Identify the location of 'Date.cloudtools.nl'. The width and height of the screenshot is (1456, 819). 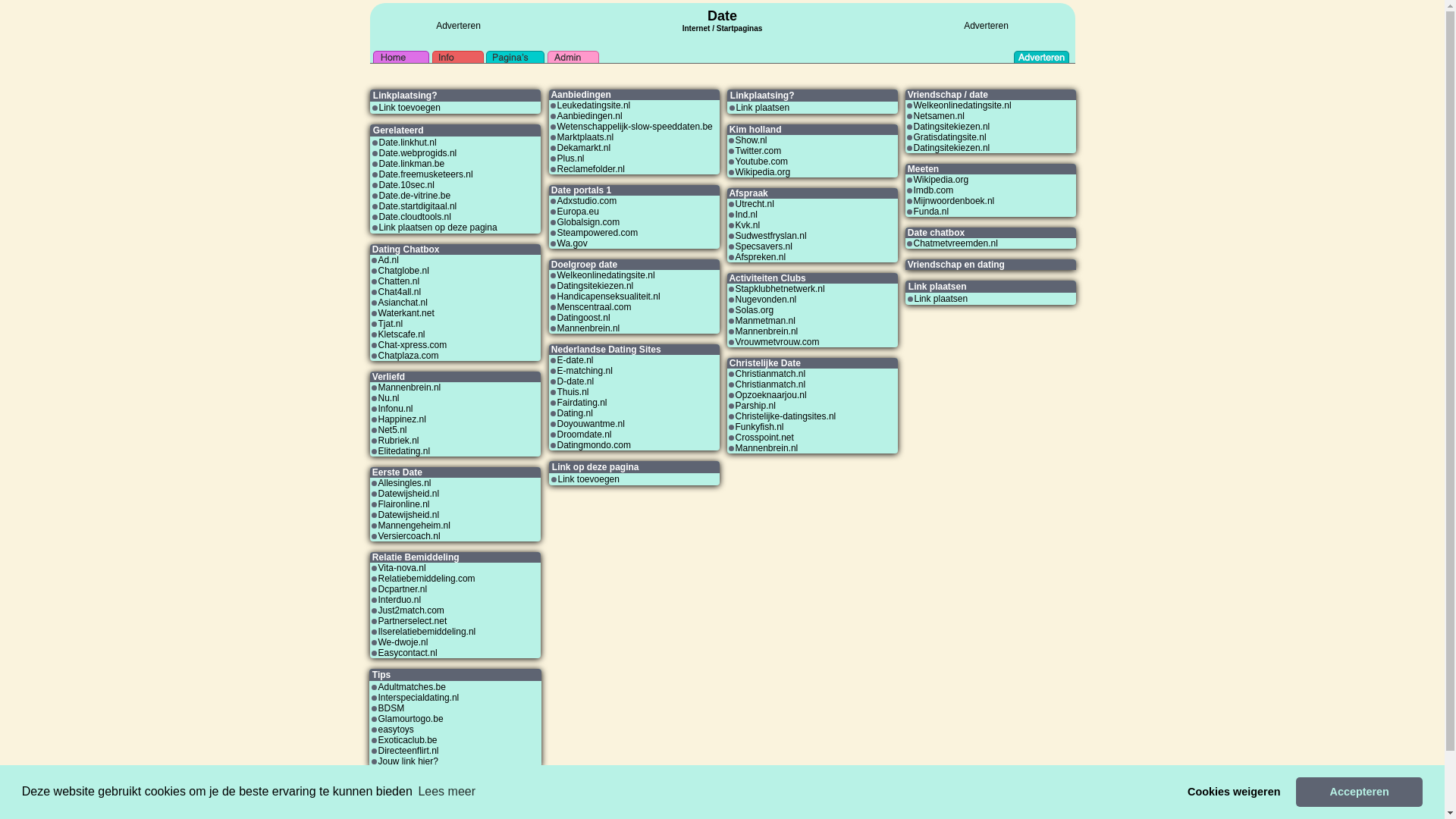
(415, 216).